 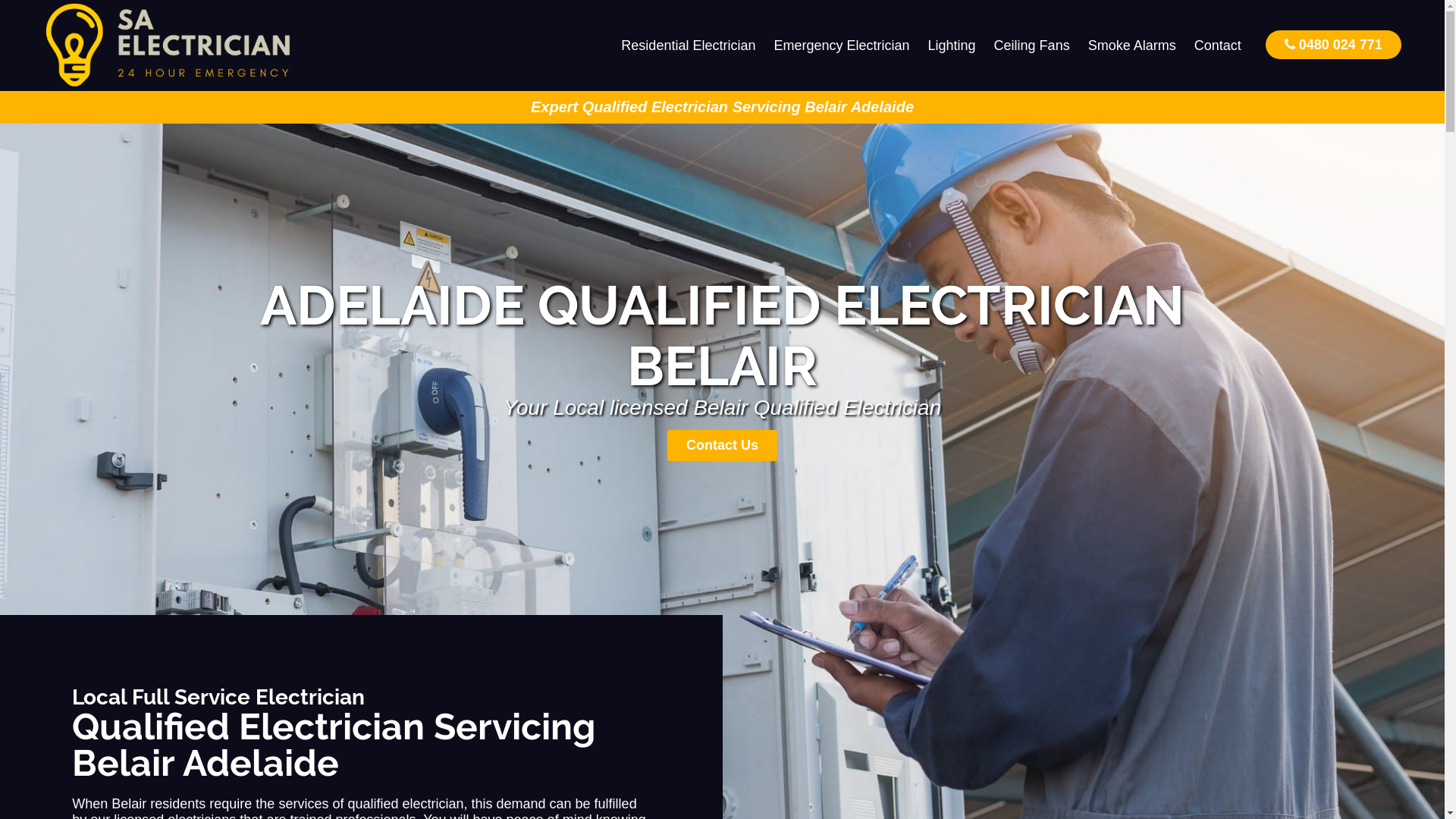 What do you see at coordinates (687, 45) in the screenshot?
I see `'Residential Electrician'` at bounding box center [687, 45].